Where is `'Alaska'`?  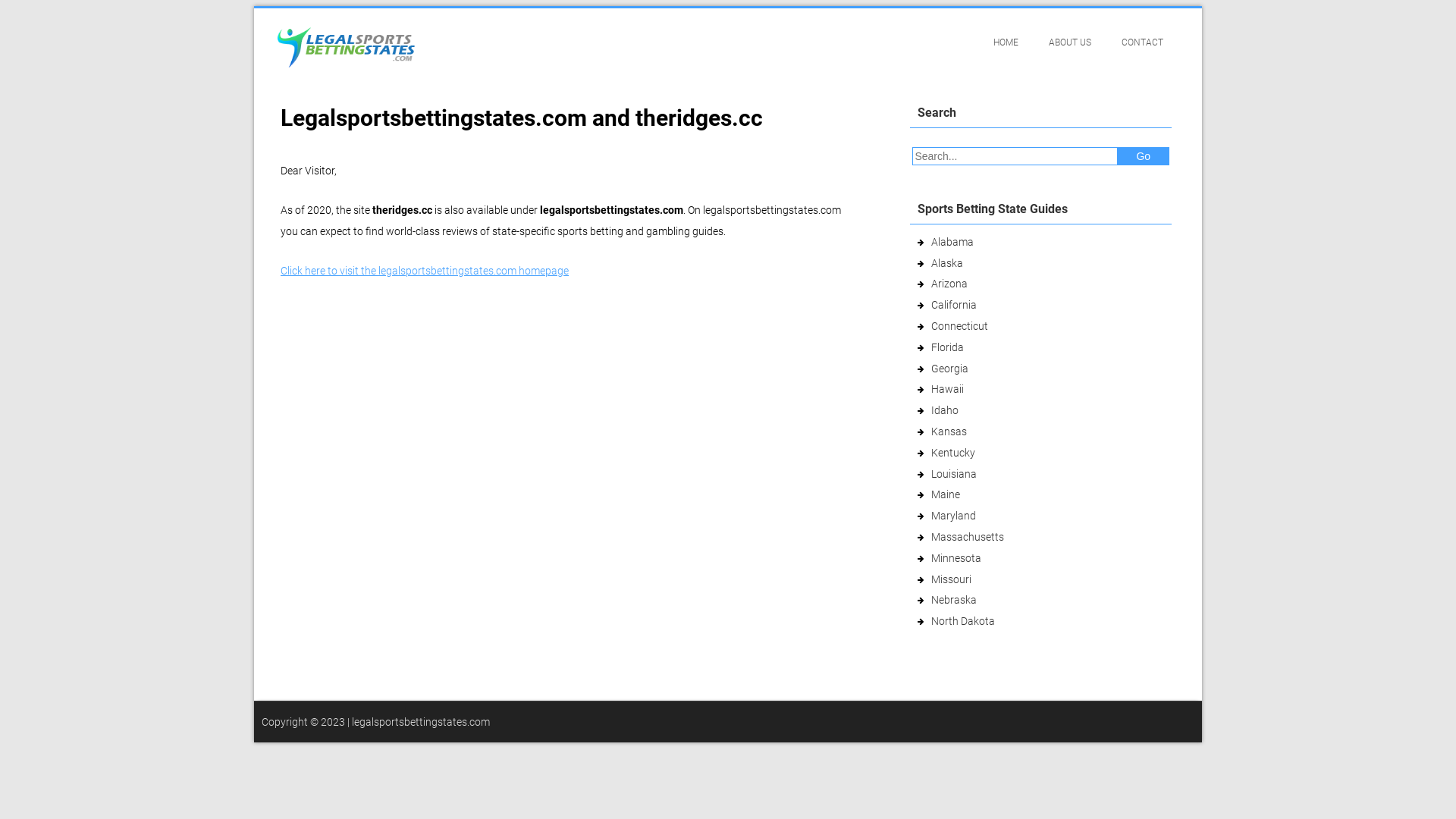
'Alaska' is located at coordinates (946, 262).